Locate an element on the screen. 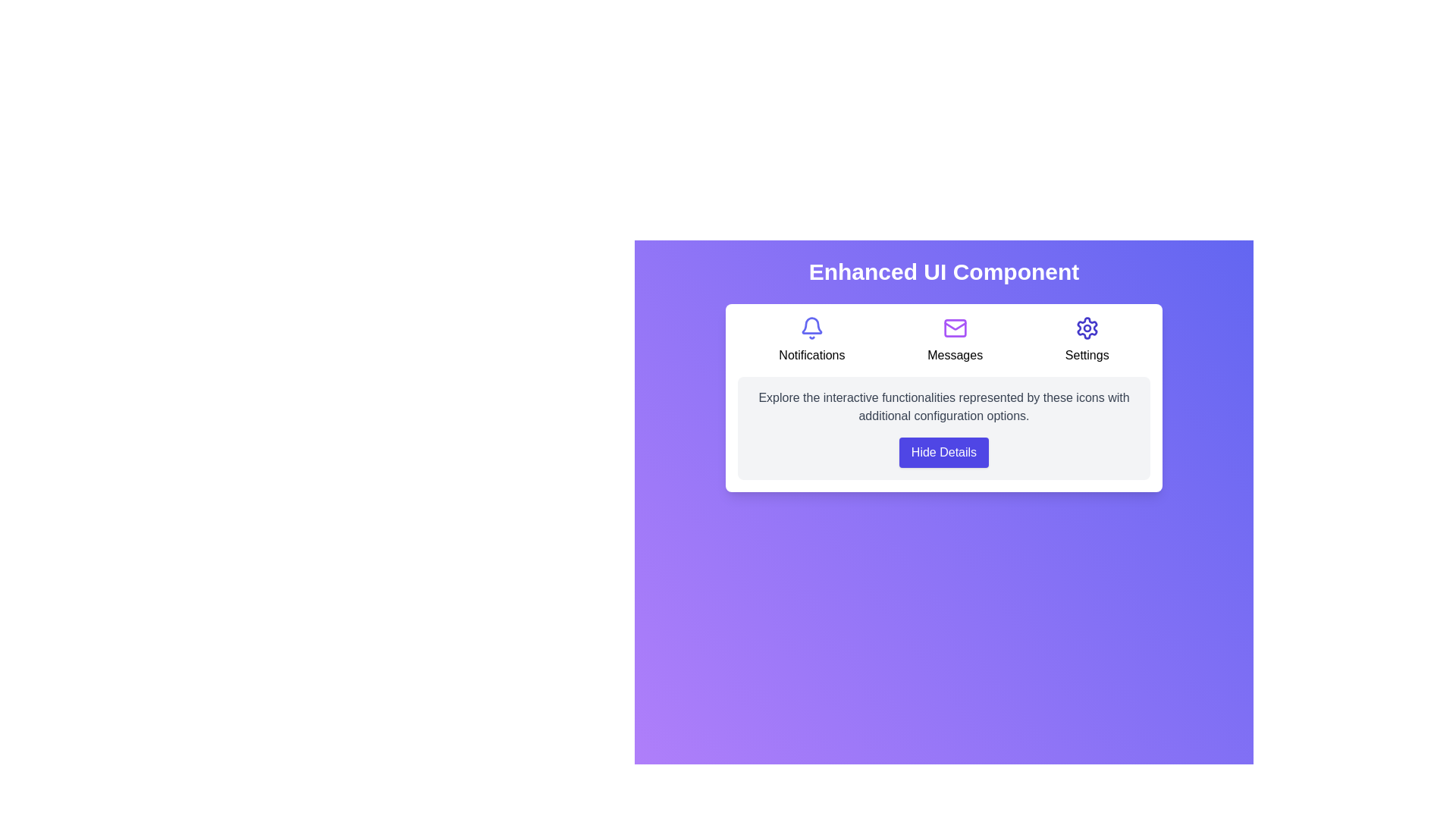  the 'Settings' text label, which is styled in black sans-serif font and located beneath the cogwheel icon on a purple gradient background is located at coordinates (1086, 356).